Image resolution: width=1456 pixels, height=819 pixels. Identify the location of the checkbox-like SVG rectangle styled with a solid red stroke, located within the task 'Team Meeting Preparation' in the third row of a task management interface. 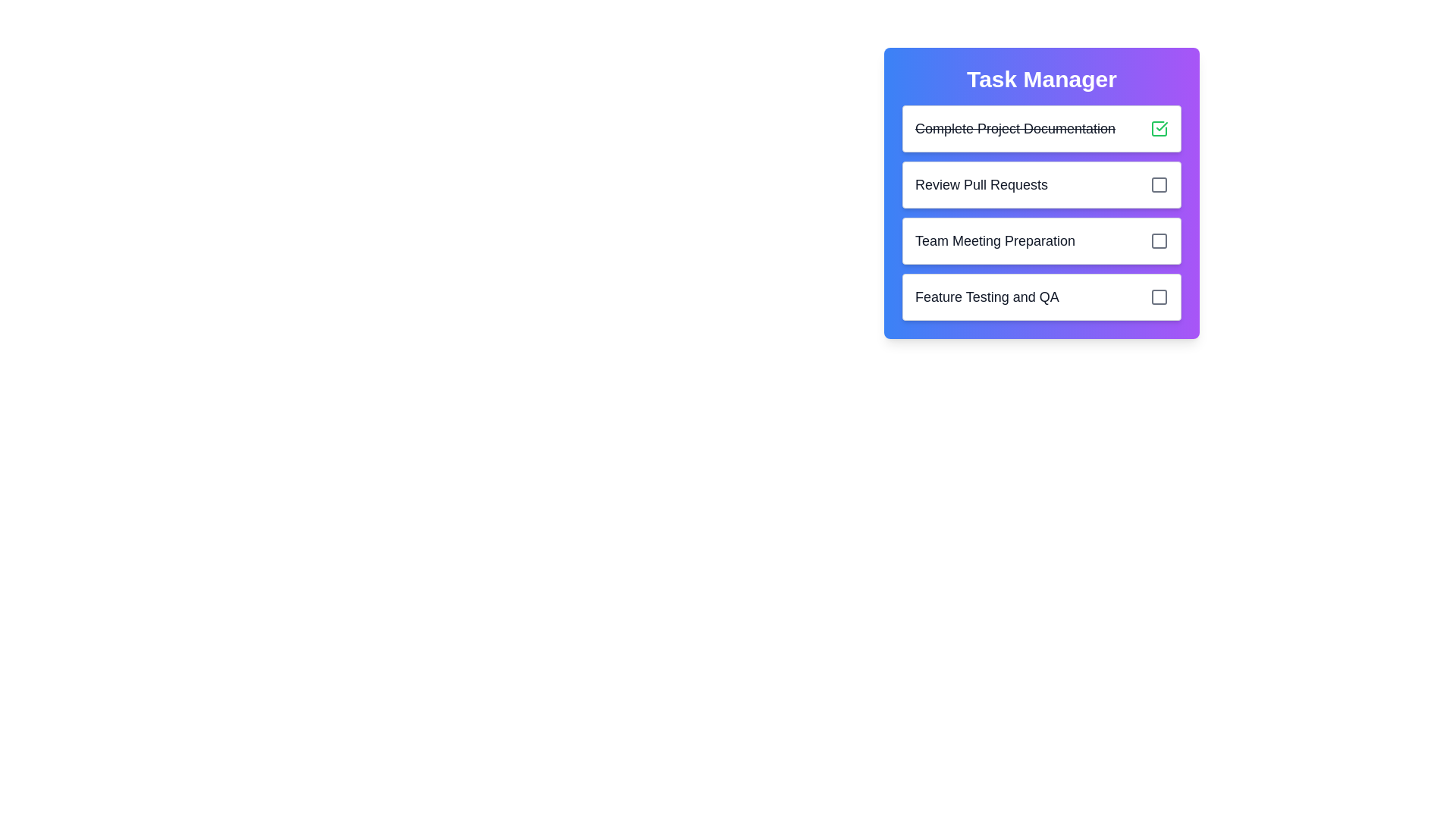
(1159, 240).